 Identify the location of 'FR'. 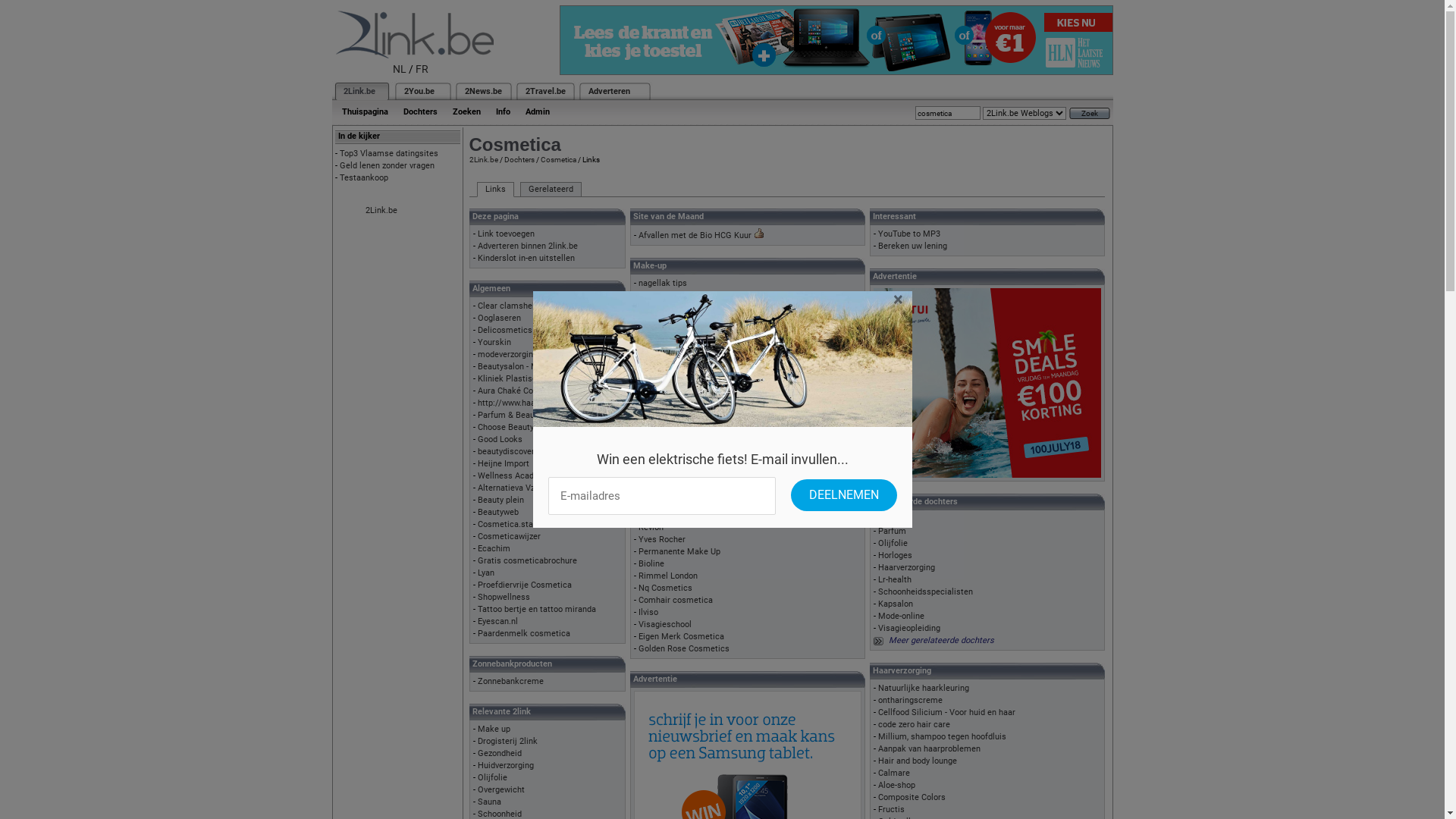
(422, 69).